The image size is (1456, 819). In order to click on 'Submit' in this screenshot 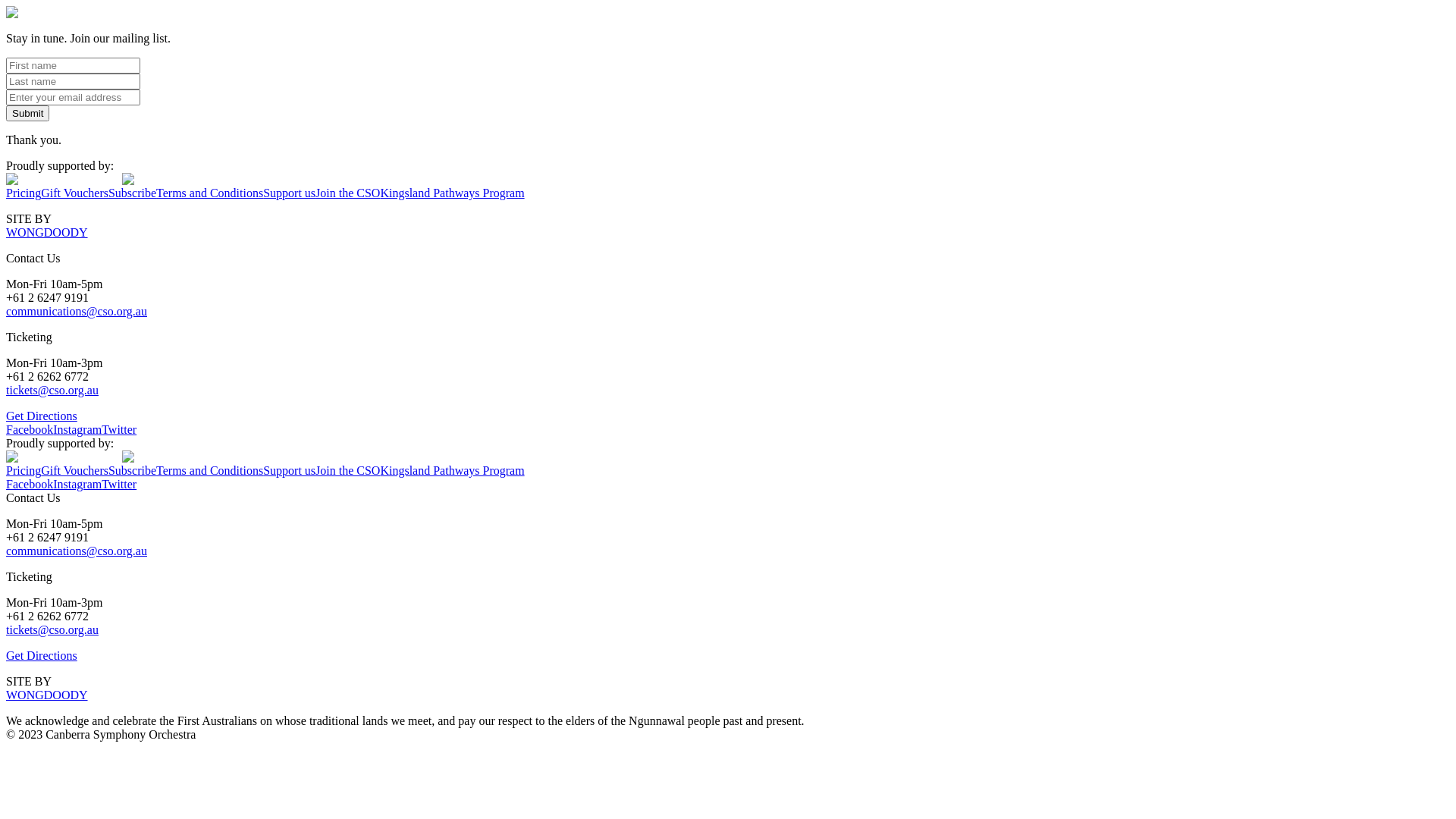, I will do `click(27, 112)`.